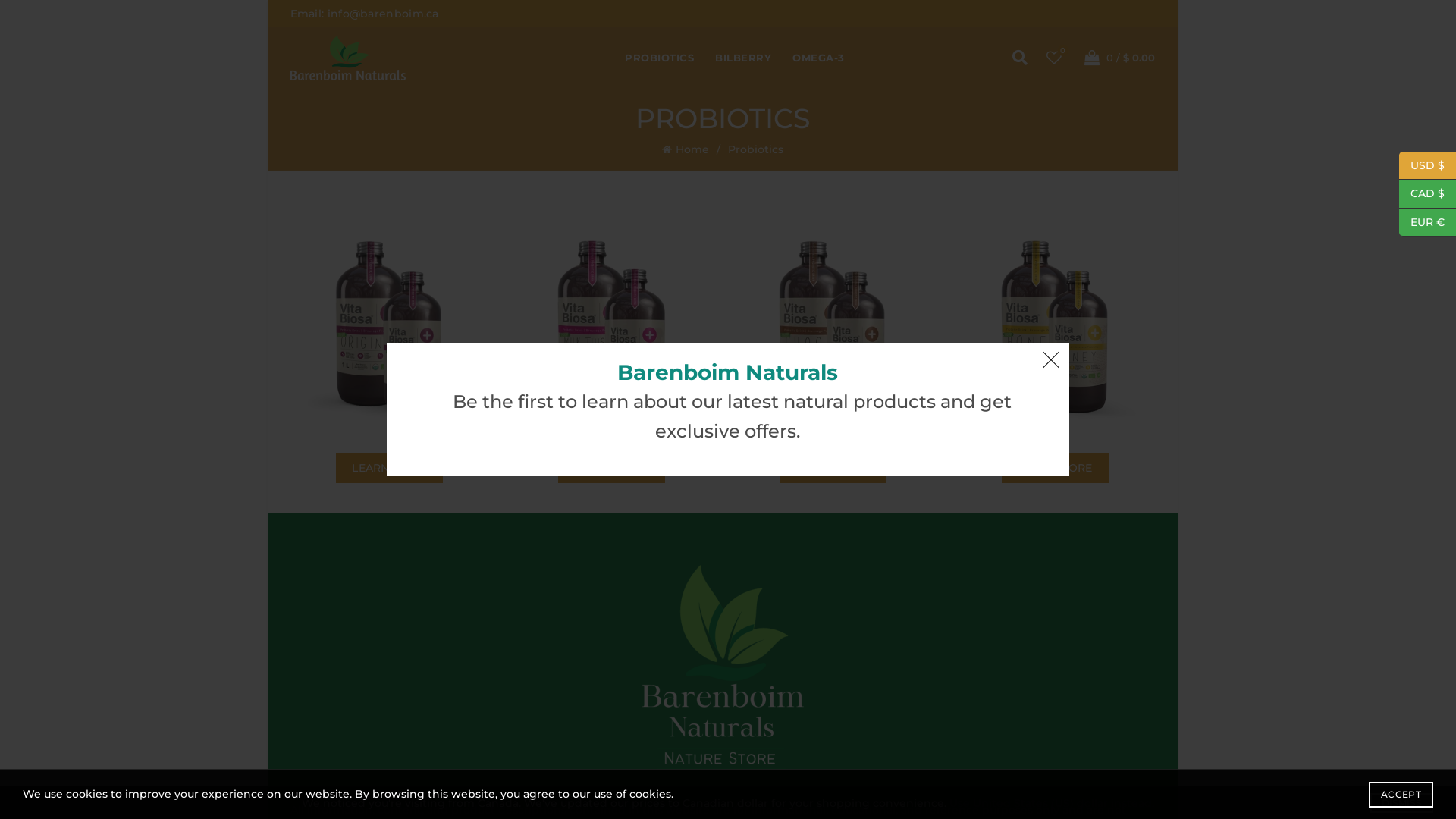 The height and width of the screenshot is (819, 1456). Describe the element at coordinates (611, 467) in the screenshot. I see `'LEARN MORE'` at that location.